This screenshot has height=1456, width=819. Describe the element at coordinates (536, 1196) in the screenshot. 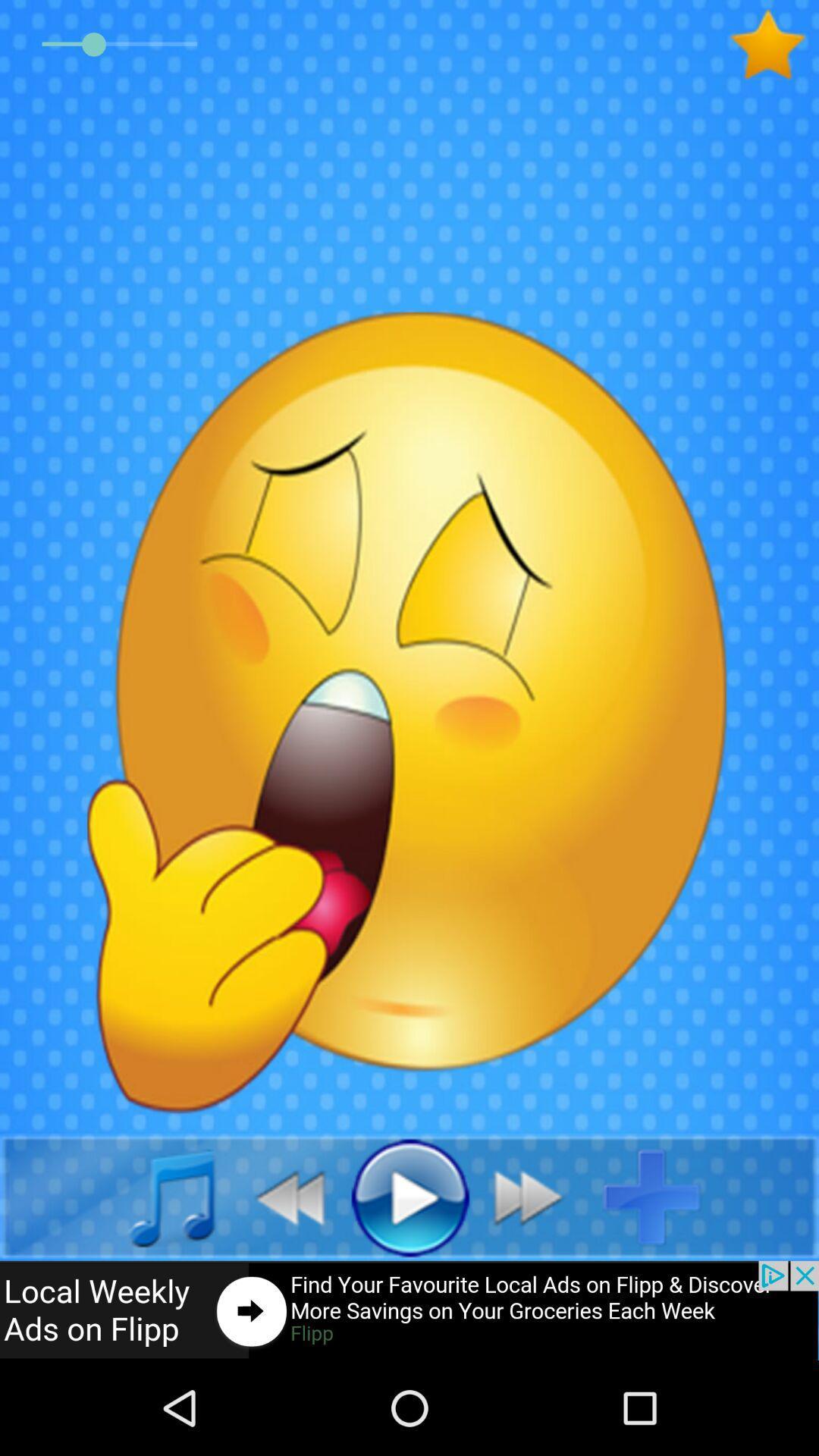

I see `the av_forward icon` at that location.